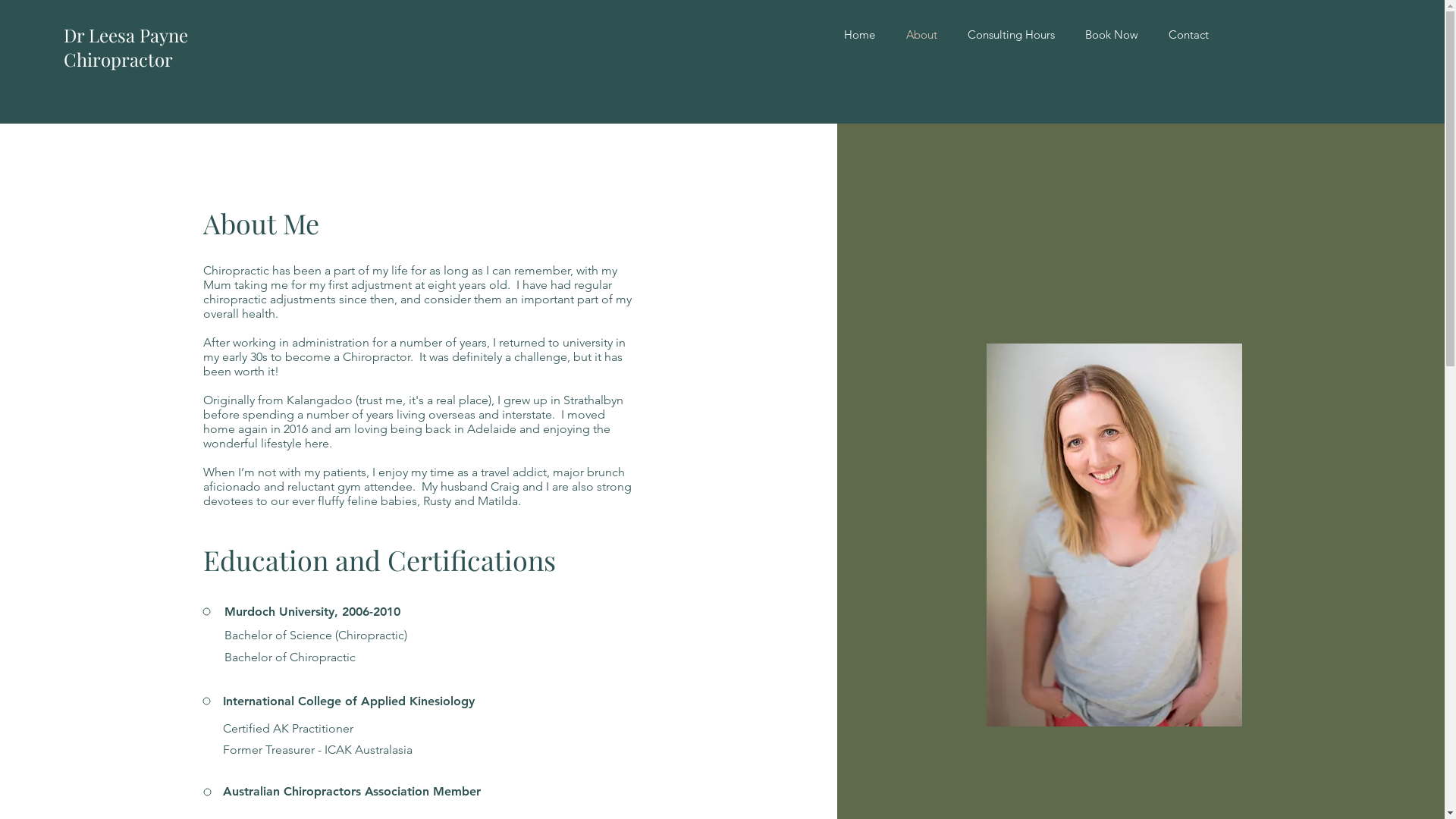  Describe the element at coordinates (1188, 34) in the screenshot. I see `'Contact'` at that location.